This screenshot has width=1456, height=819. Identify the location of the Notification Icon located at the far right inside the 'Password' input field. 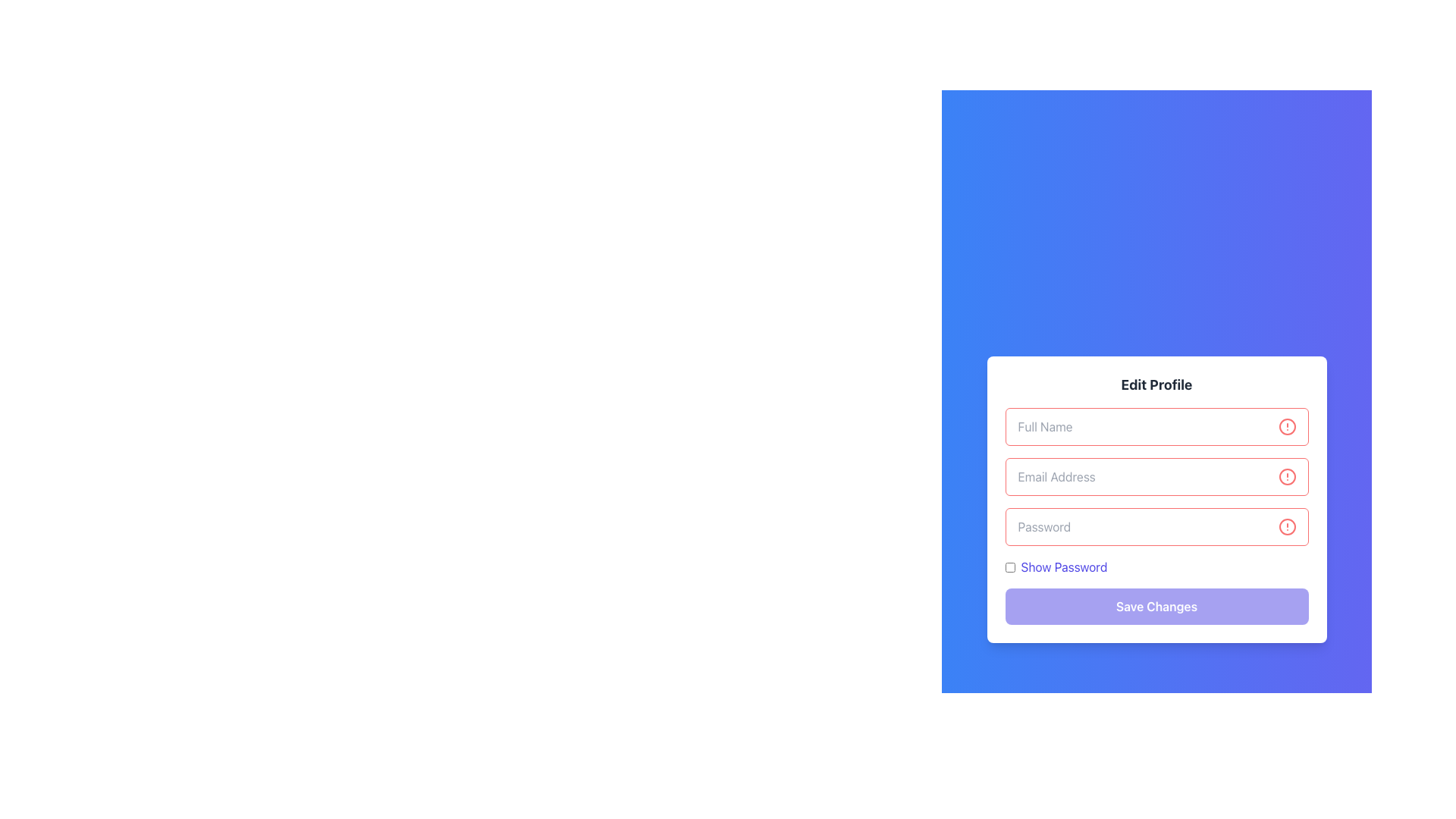
(1286, 526).